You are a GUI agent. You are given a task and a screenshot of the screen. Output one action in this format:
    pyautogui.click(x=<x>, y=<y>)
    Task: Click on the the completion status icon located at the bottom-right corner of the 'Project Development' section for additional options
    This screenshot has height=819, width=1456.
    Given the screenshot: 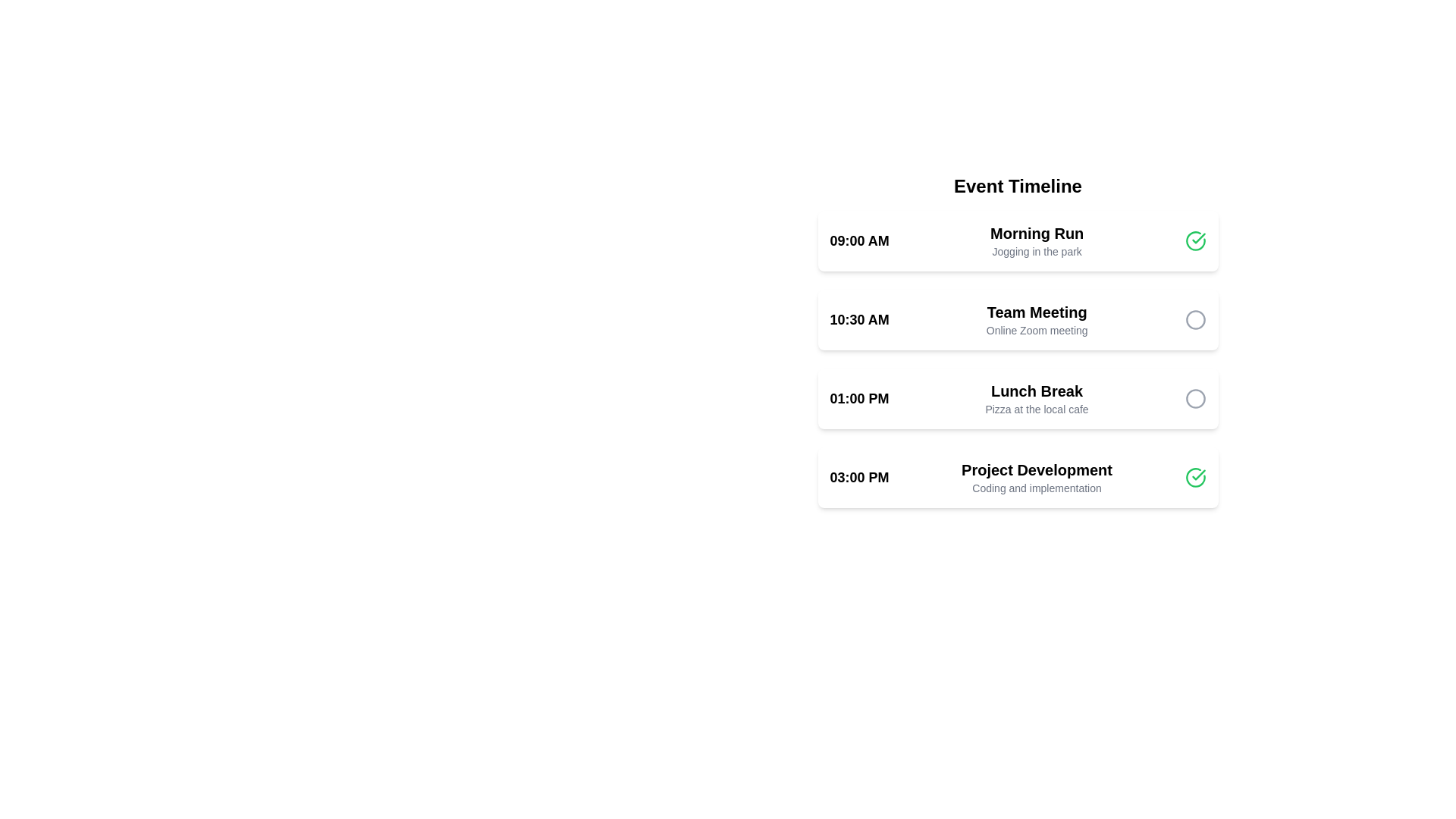 What is the action you would take?
    pyautogui.click(x=1194, y=476)
    